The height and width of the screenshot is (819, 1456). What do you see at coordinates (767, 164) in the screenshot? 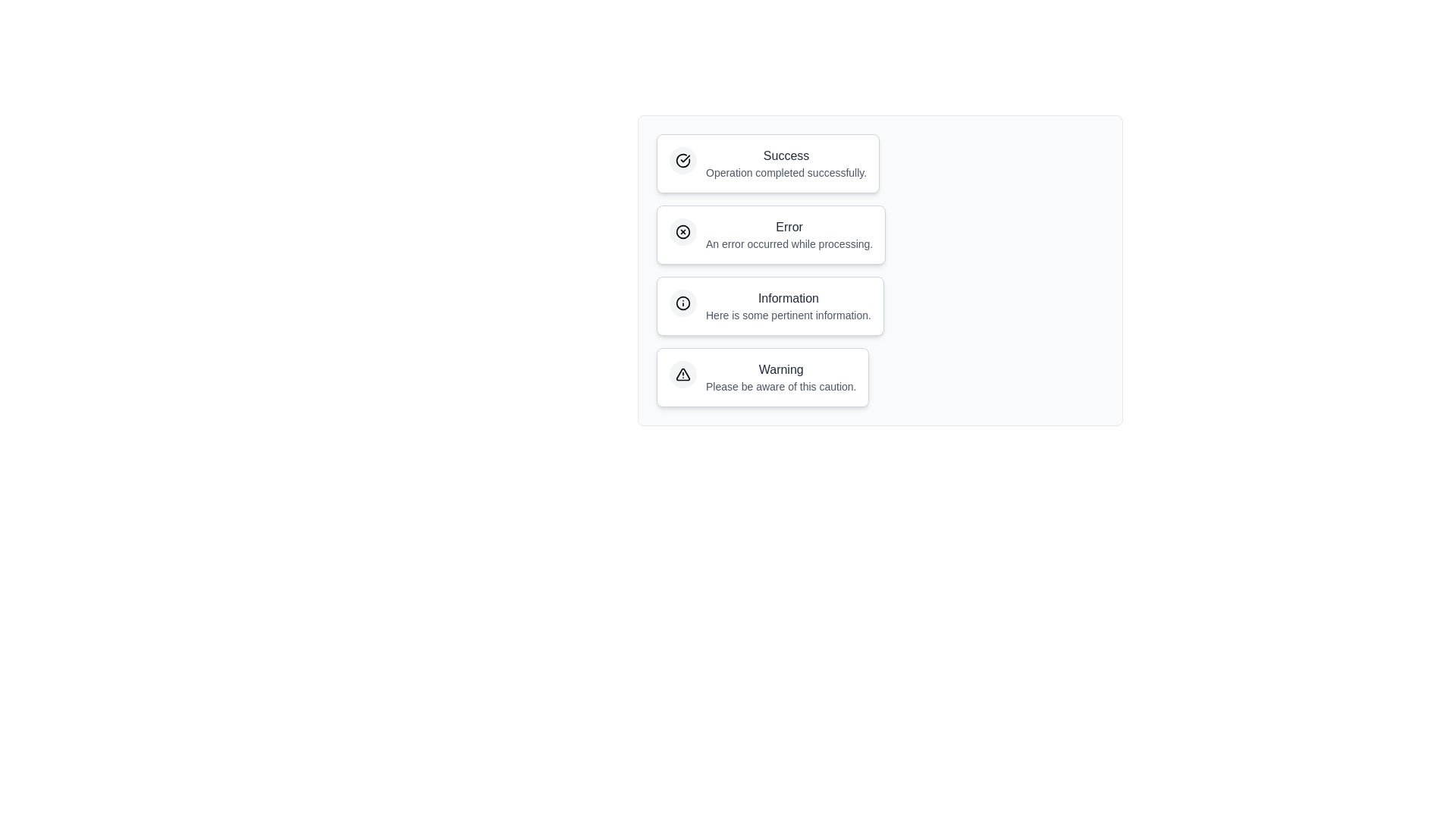
I see `the notification chip labeled Success` at bounding box center [767, 164].